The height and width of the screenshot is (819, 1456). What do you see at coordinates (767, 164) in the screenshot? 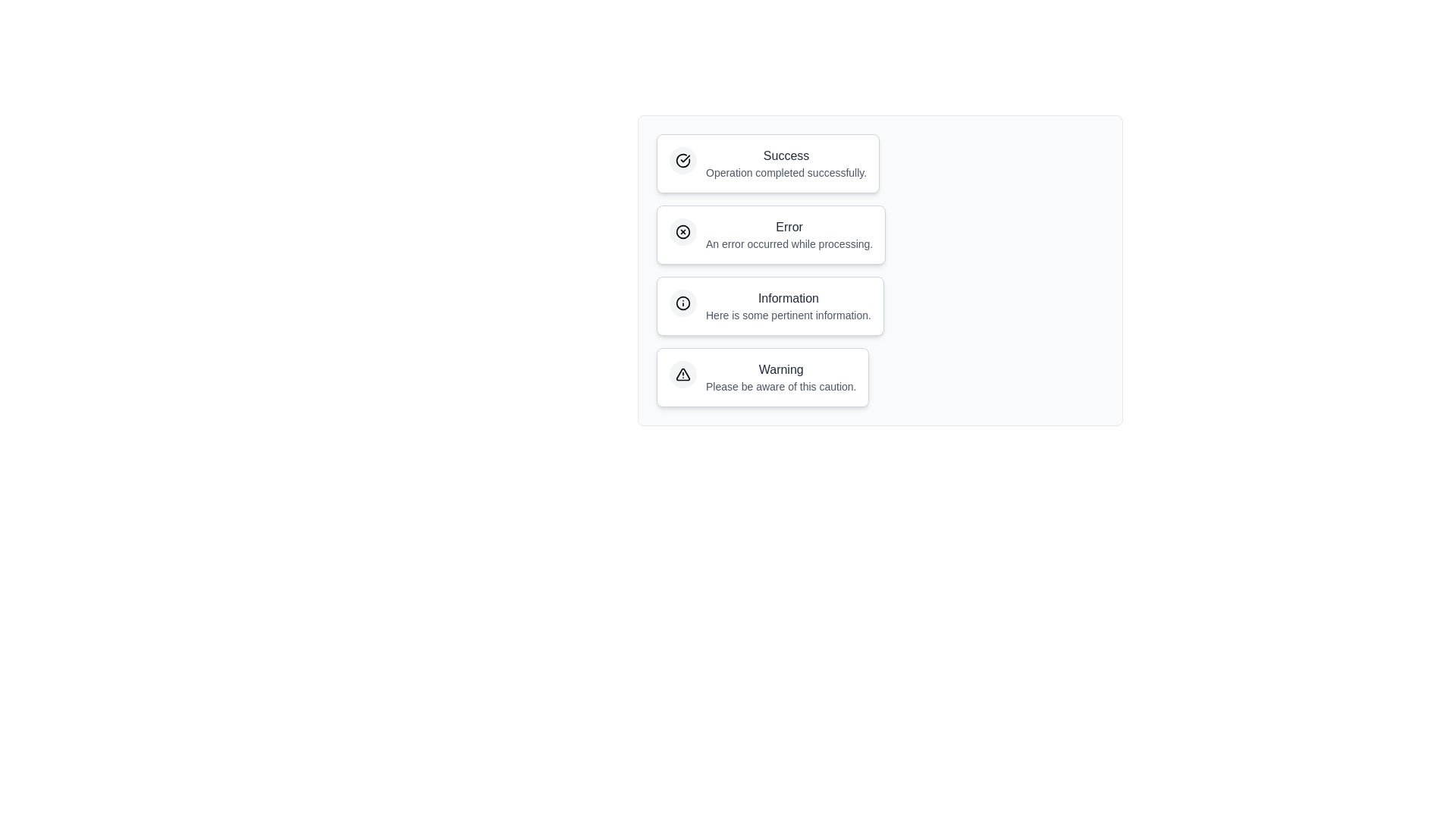
I see `the notification chip labeled Success` at bounding box center [767, 164].